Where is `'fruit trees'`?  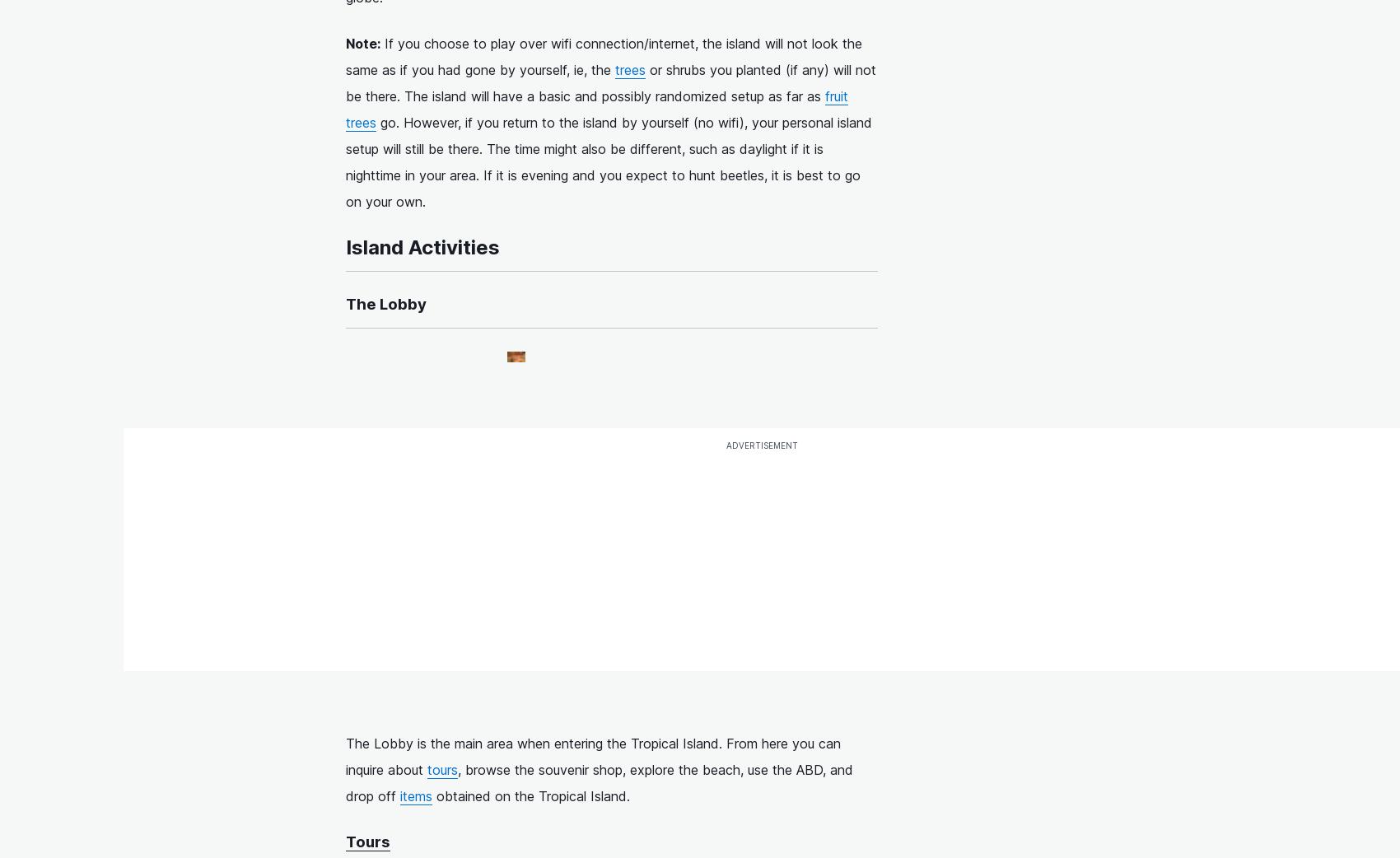 'fruit trees' is located at coordinates (597, 109).